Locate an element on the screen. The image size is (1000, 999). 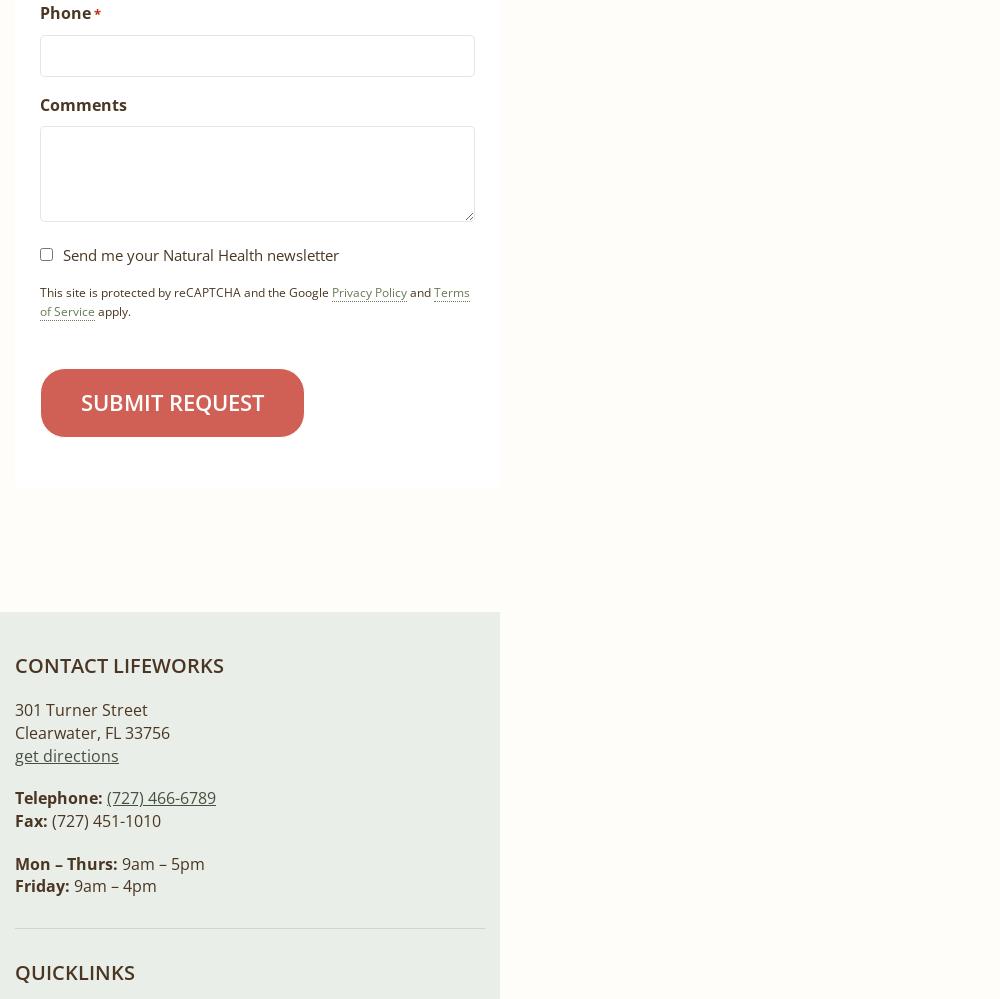
'Fax:' is located at coordinates (31, 820).